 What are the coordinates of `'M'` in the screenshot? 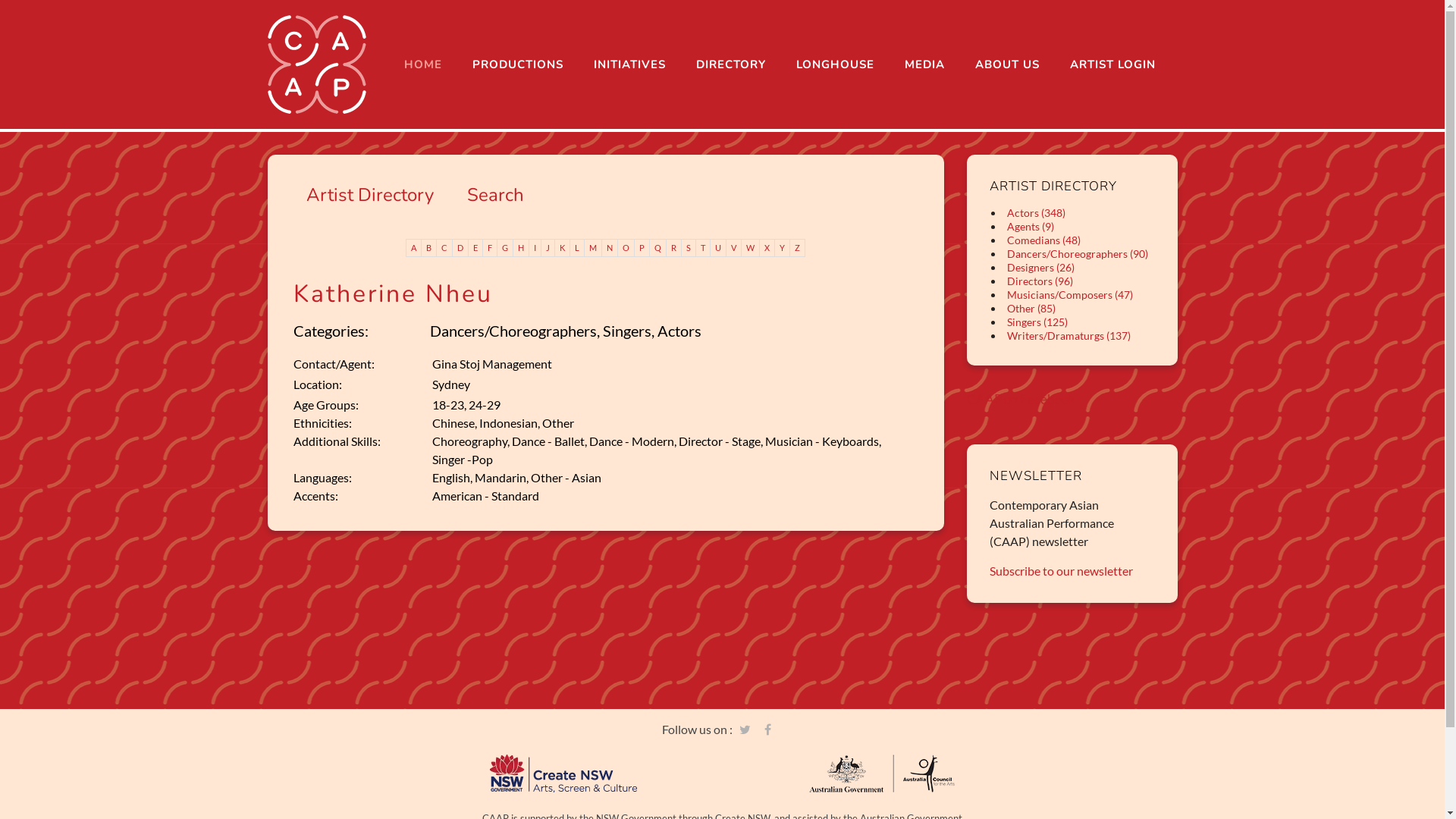 It's located at (592, 247).